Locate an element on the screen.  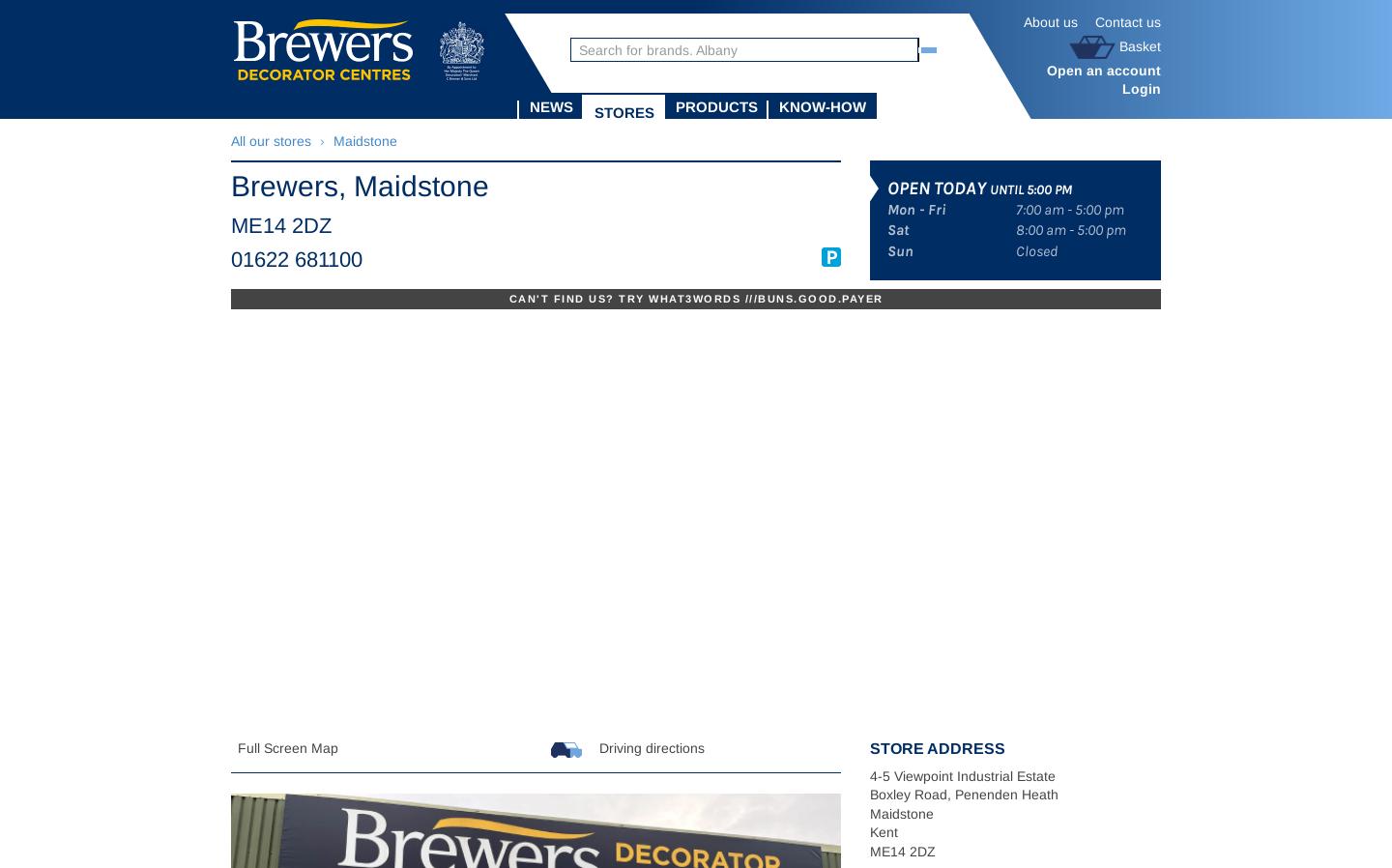
'Know-how' is located at coordinates (822, 105).